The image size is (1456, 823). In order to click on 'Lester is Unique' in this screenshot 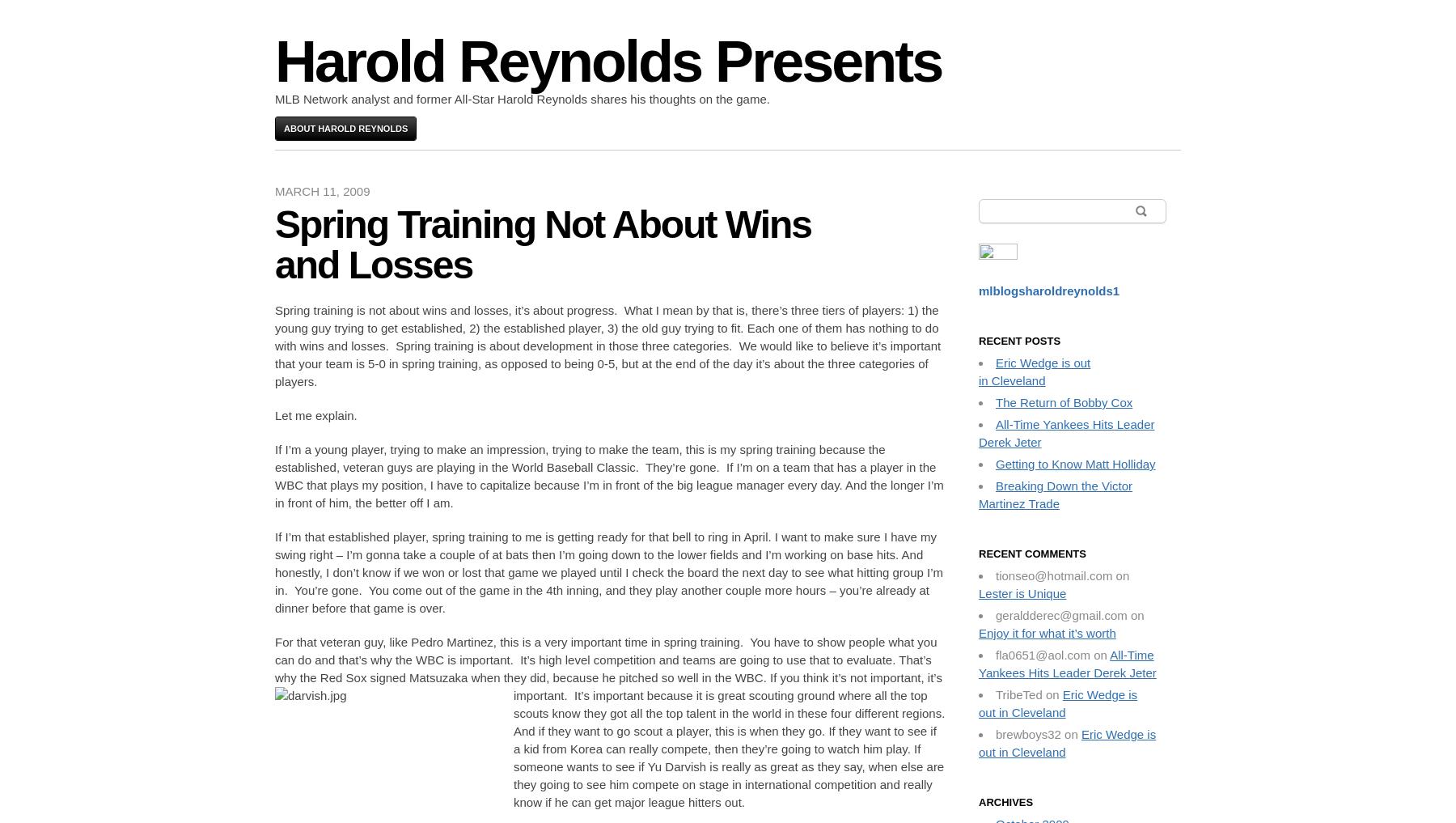, I will do `click(1022, 592)`.